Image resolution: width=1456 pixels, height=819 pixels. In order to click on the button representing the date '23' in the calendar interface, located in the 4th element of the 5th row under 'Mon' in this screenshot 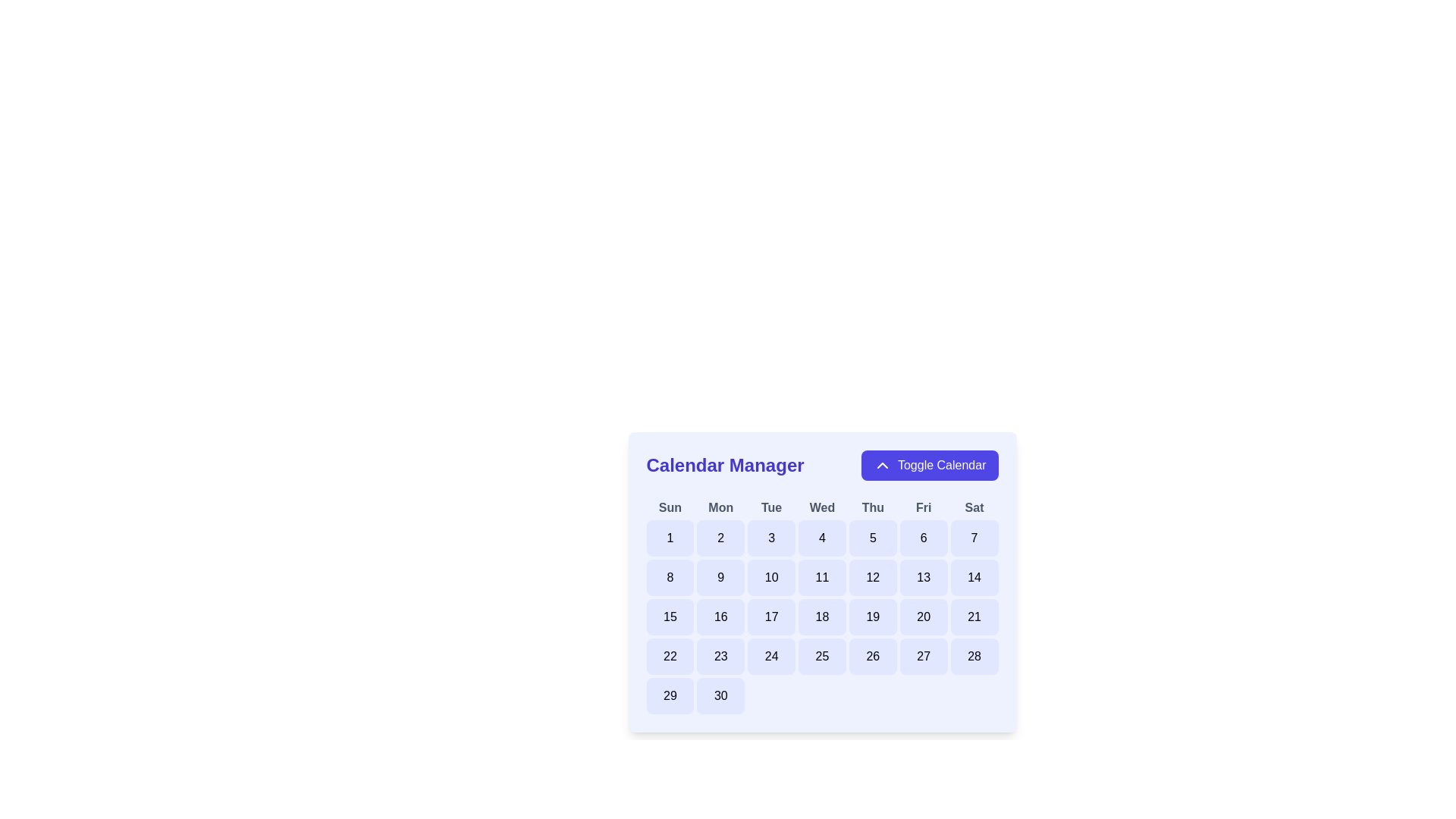, I will do `click(720, 656)`.